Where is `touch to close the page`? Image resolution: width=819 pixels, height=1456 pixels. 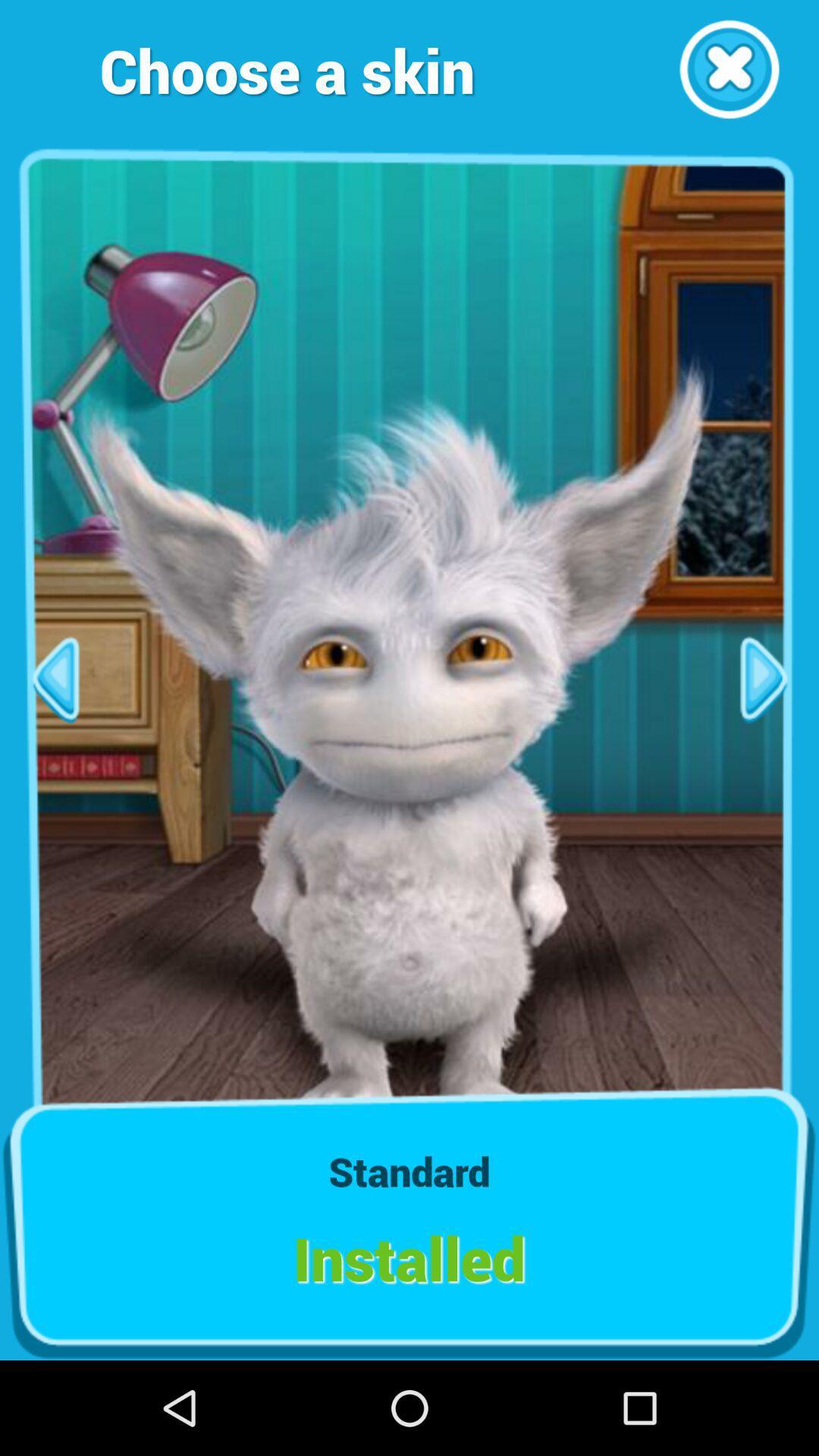 touch to close the page is located at coordinates (728, 68).